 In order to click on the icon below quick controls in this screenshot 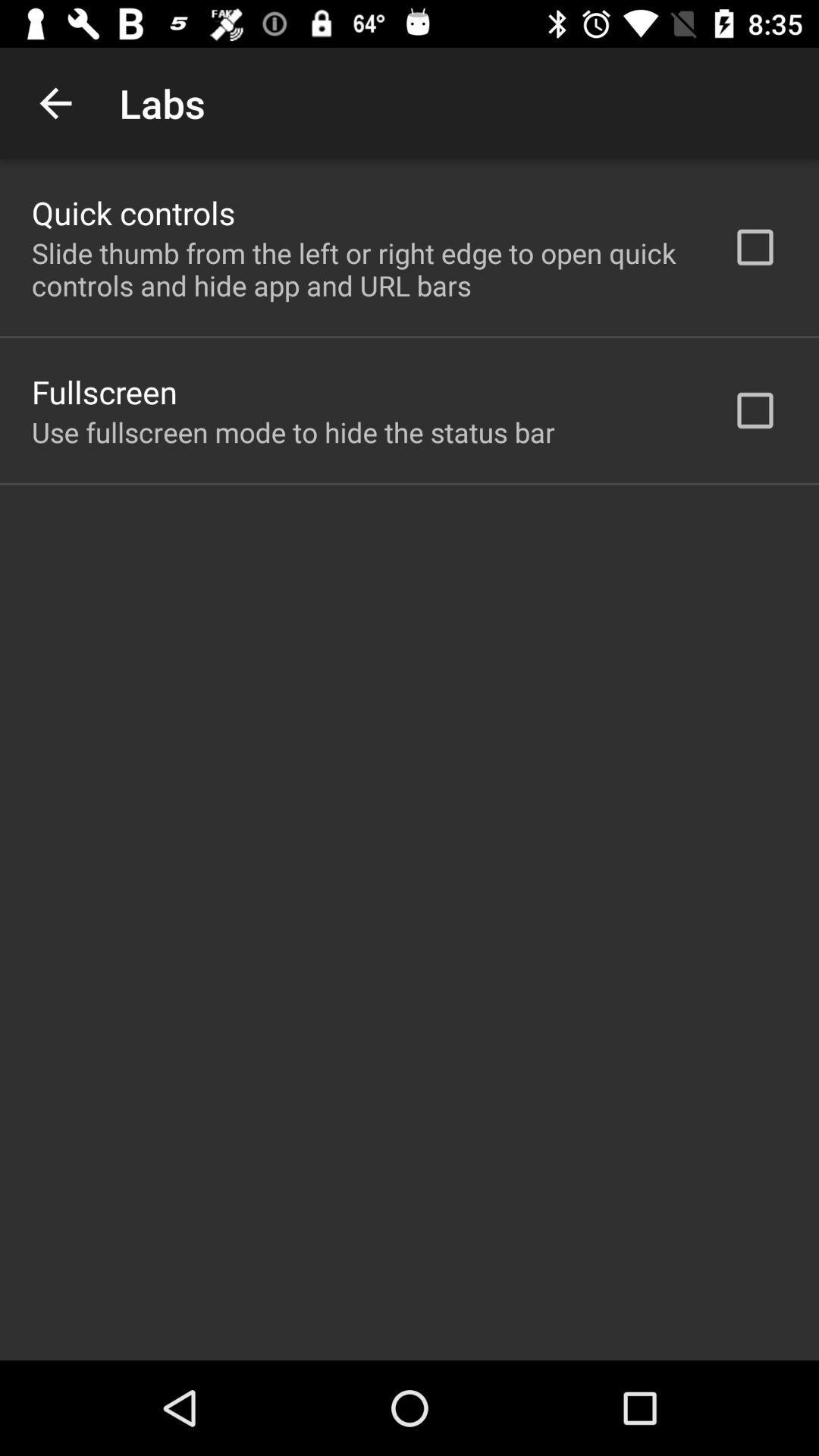, I will do `click(362, 269)`.